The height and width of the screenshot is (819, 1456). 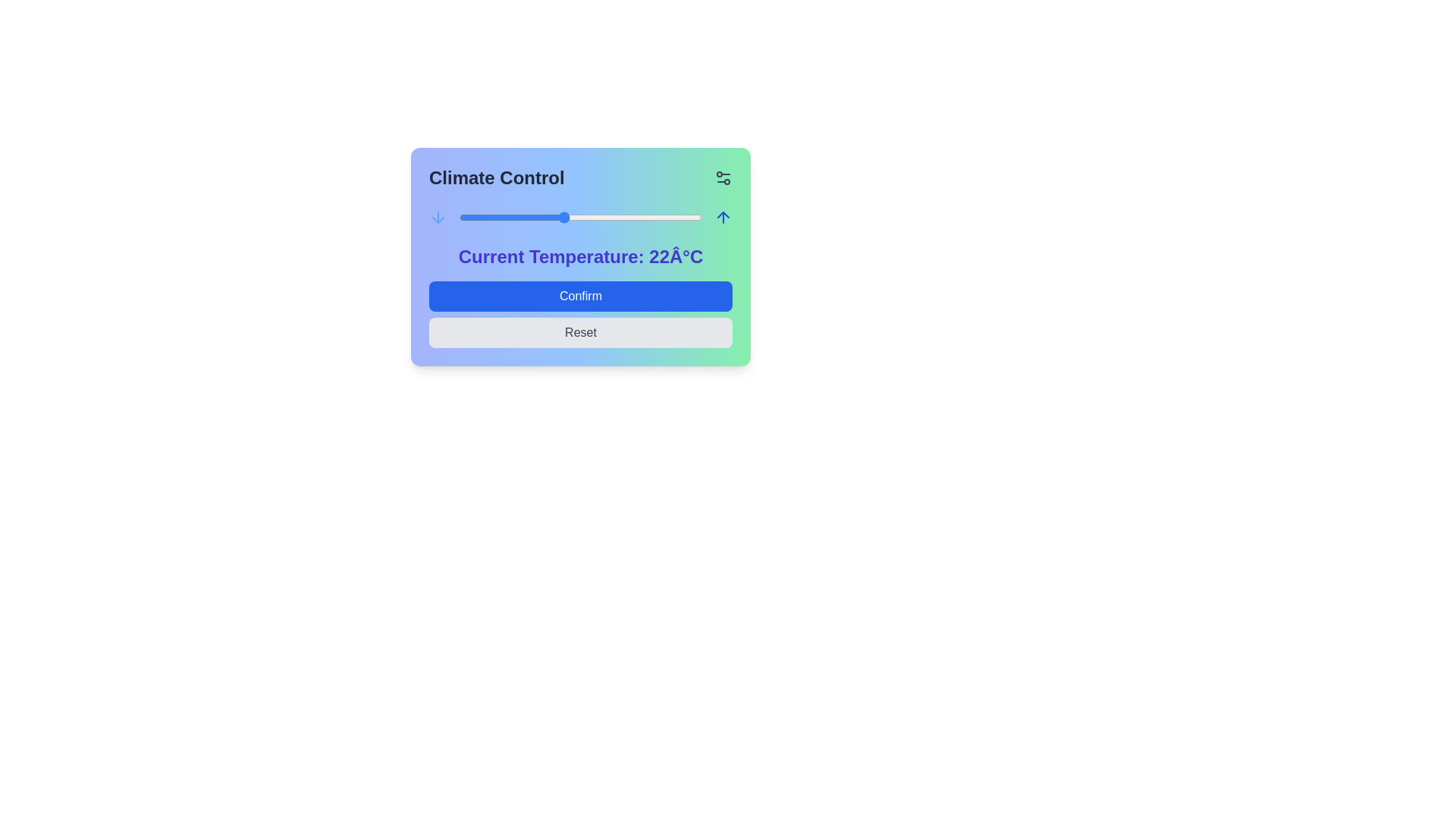 I want to click on the Settings icon to open the settings menu, so click(x=723, y=177).